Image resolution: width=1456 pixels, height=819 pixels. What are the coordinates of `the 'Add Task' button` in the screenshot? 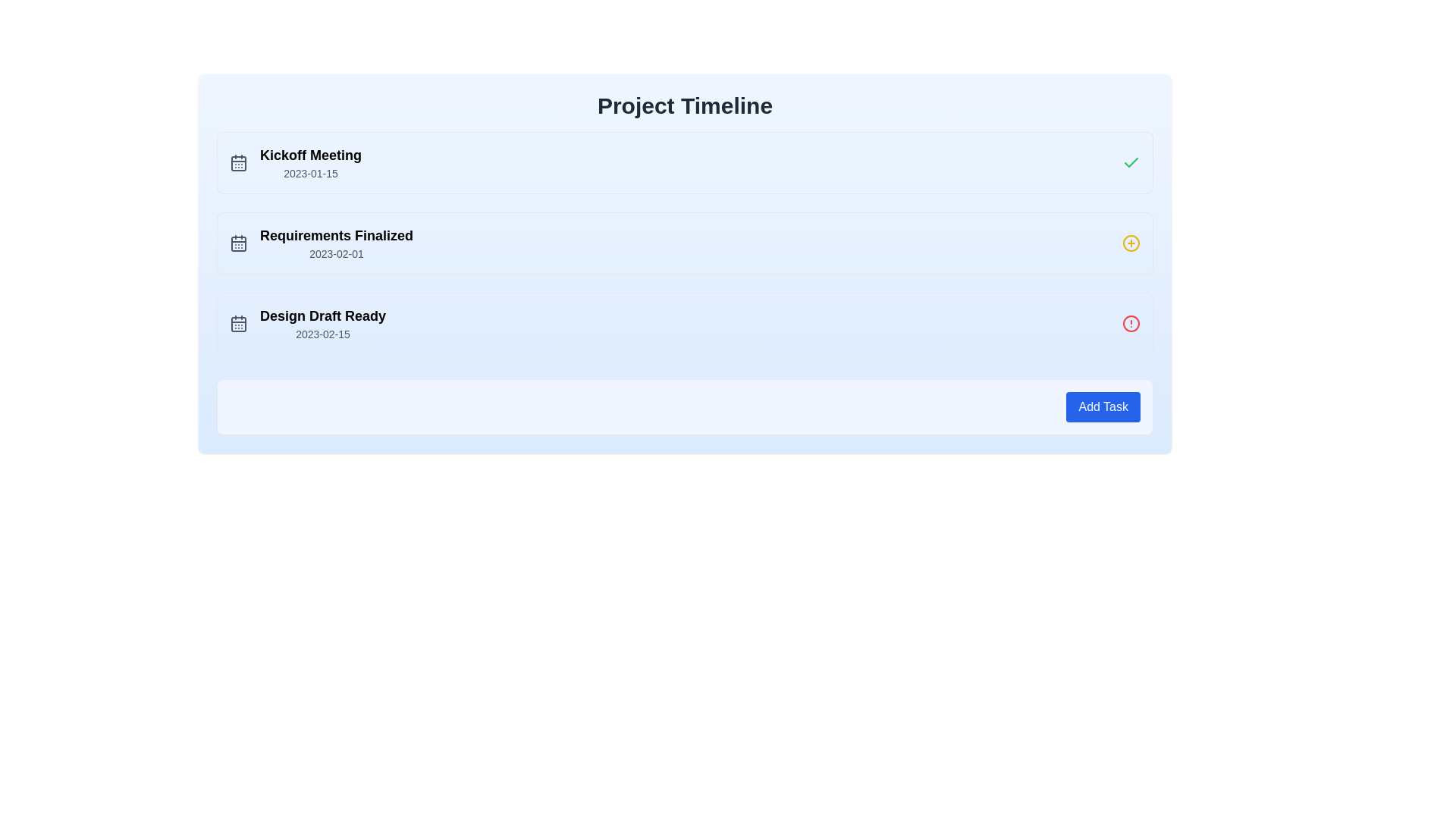 It's located at (1103, 406).